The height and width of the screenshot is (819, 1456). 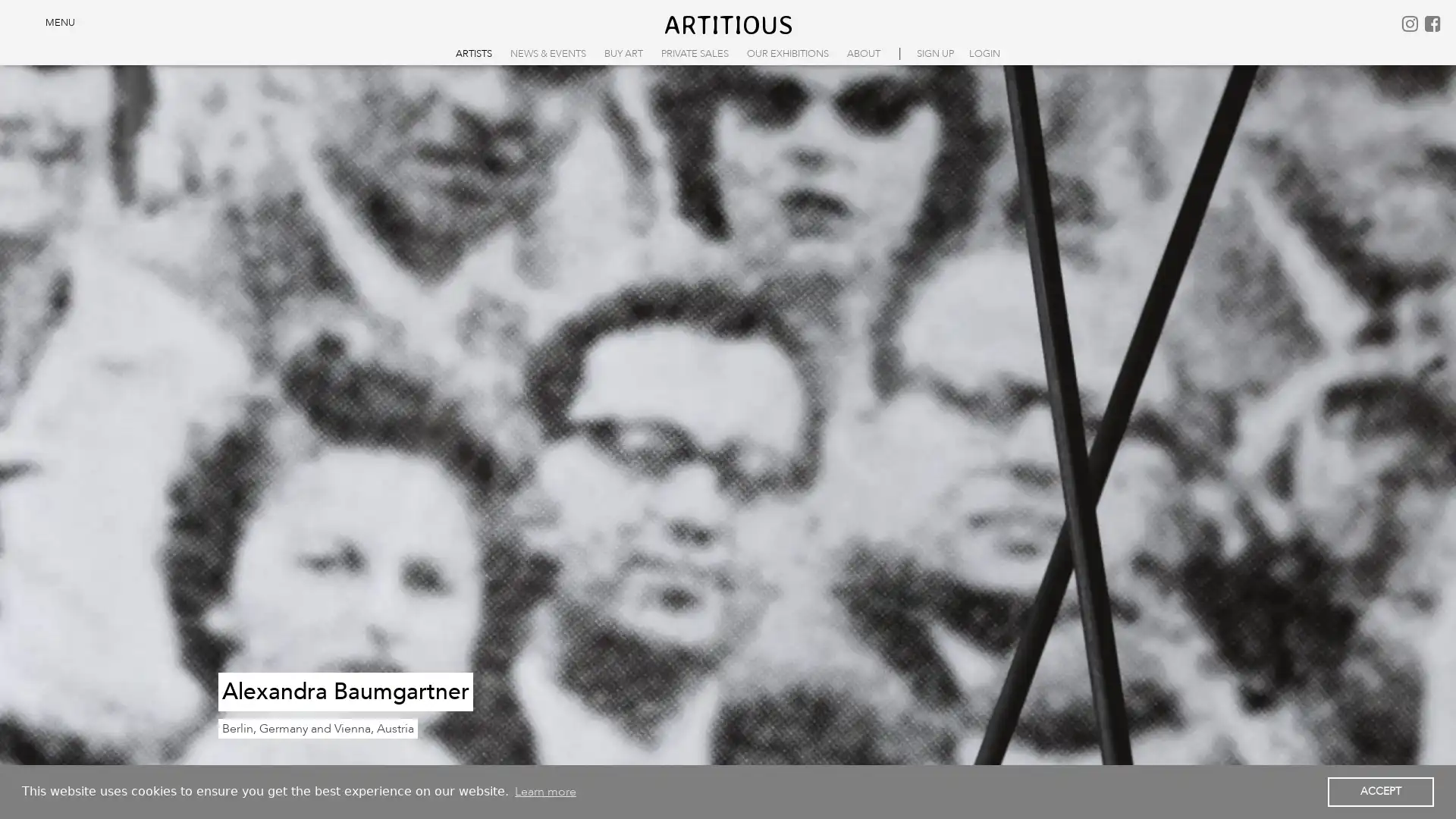 What do you see at coordinates (1380, 791) in the screenshot?
I see `dismiss cookie message` at bounding box center [1380, 791].